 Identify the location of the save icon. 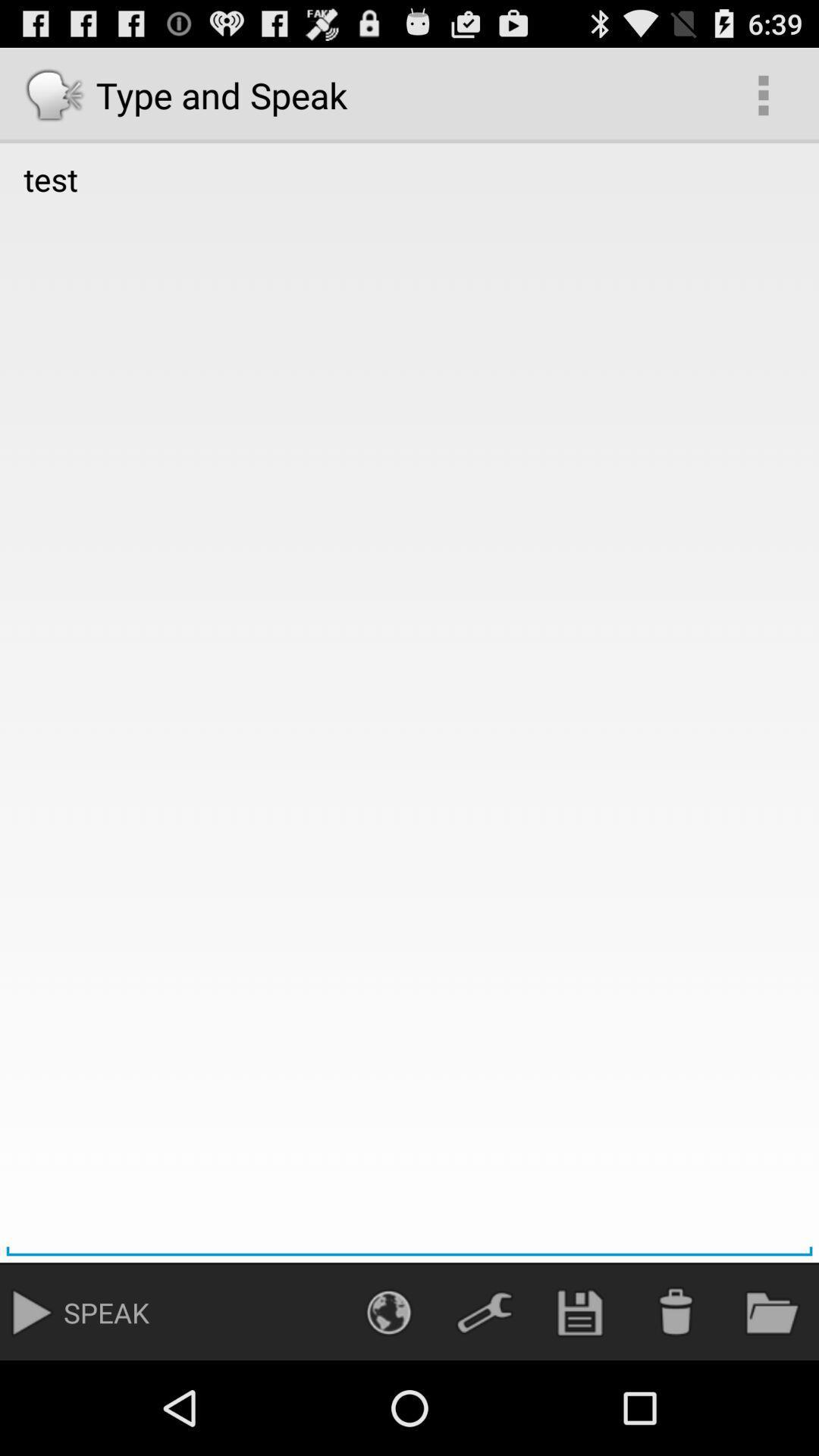
(579, 1404).